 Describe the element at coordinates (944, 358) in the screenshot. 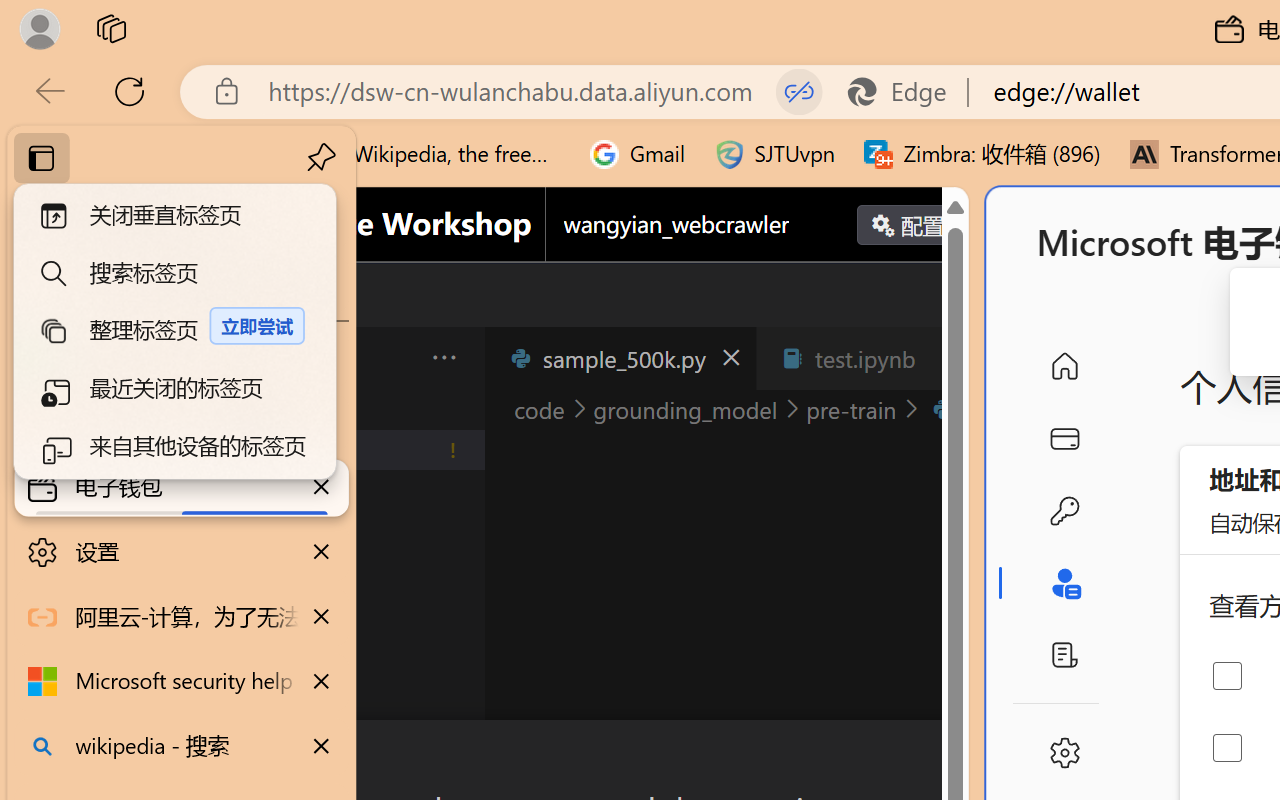

I see `'Tab actions'` at that location.